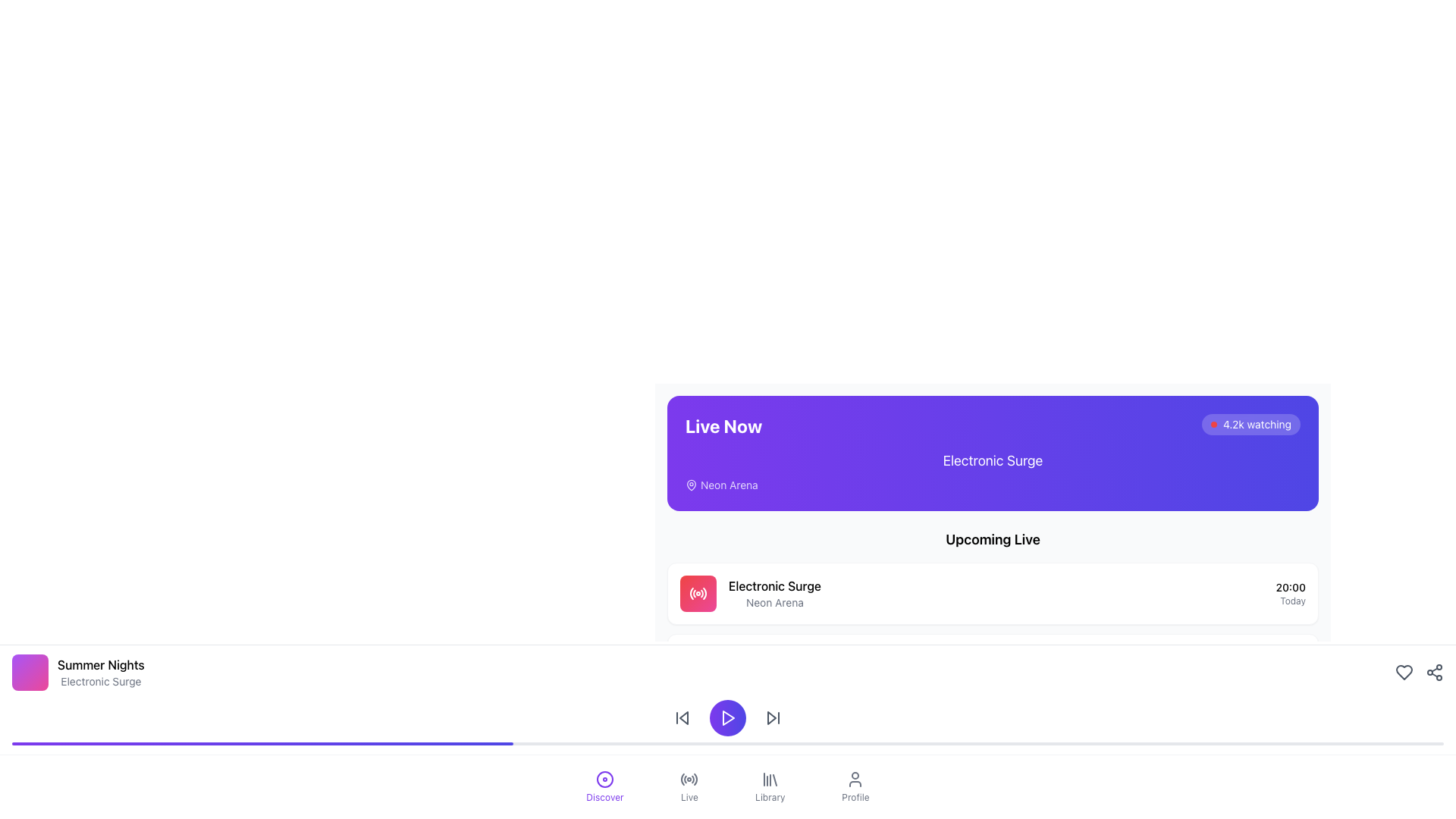  Describe the element at coordinates (993, 503) in the screenshot. I see `the links within the live event details of the large rectangular informational card with a vibrant violet gradient background and white text, displaying 'Live Now' and 'Electronic Surge'` at that location.